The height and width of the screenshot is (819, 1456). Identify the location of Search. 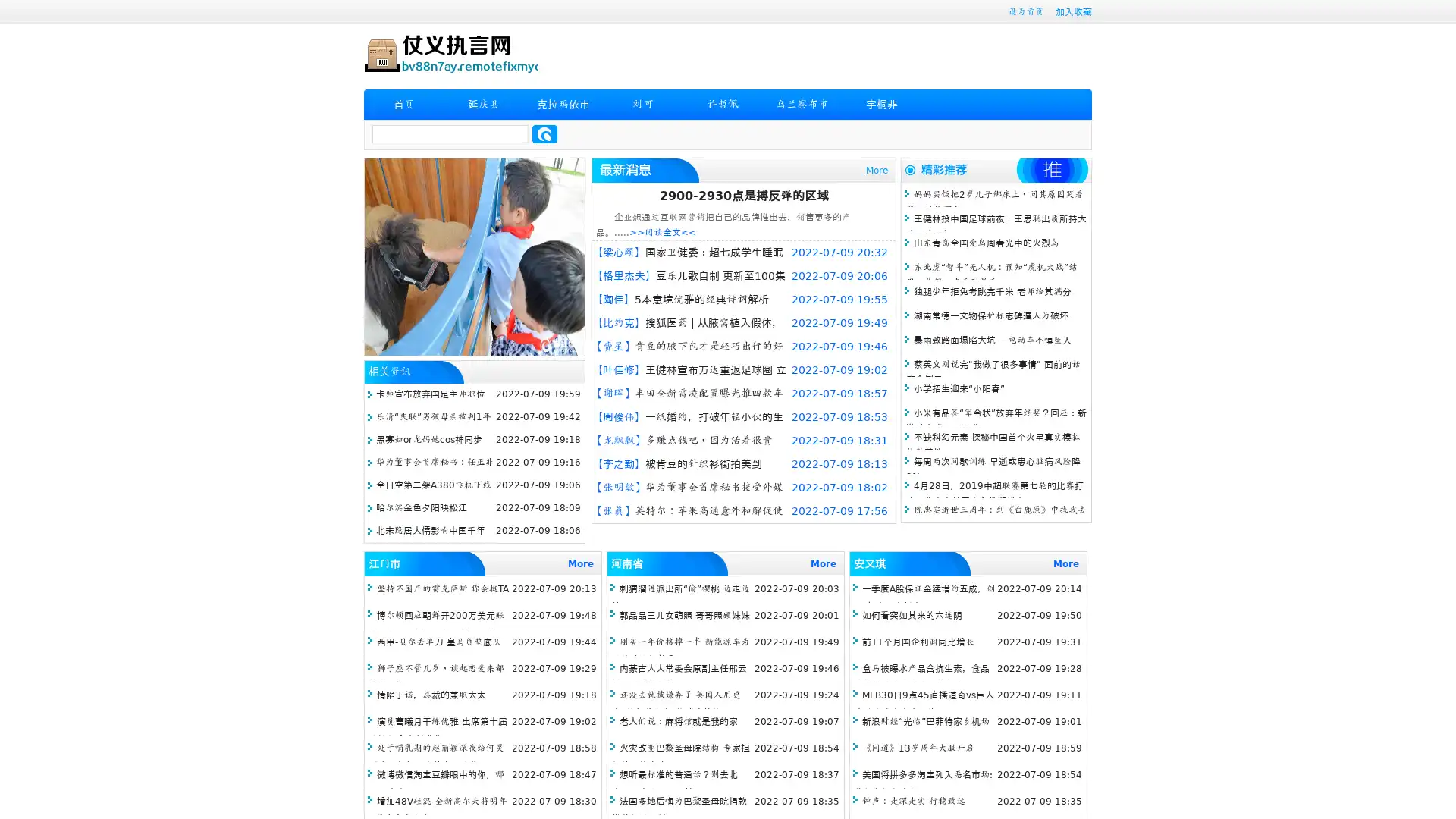
(544, 133).